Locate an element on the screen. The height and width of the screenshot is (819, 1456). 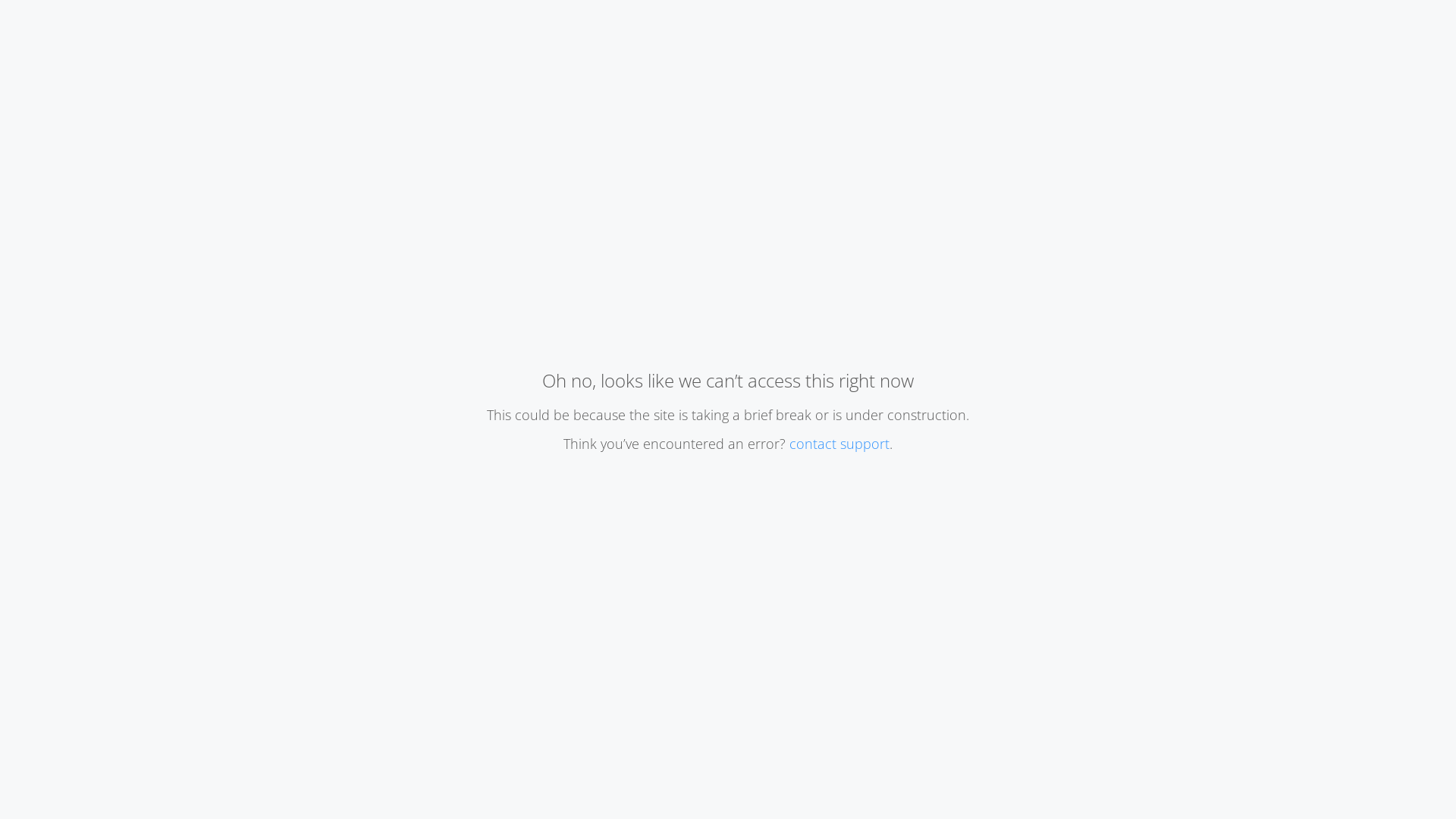
'contact support' is located at coordinates (839, 444).